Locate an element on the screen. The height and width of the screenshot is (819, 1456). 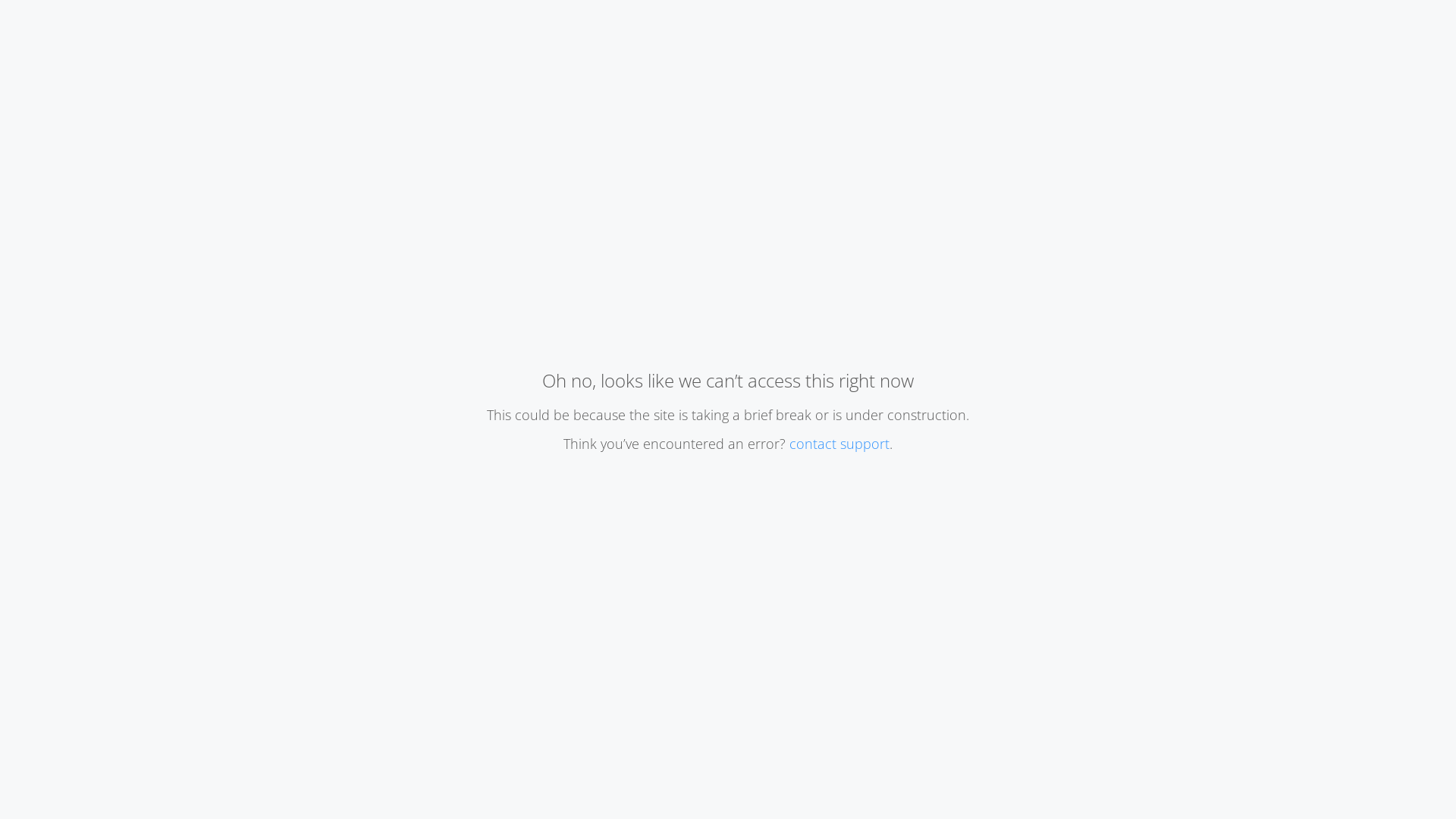
'contact support' is located at coordinates (839, 444).